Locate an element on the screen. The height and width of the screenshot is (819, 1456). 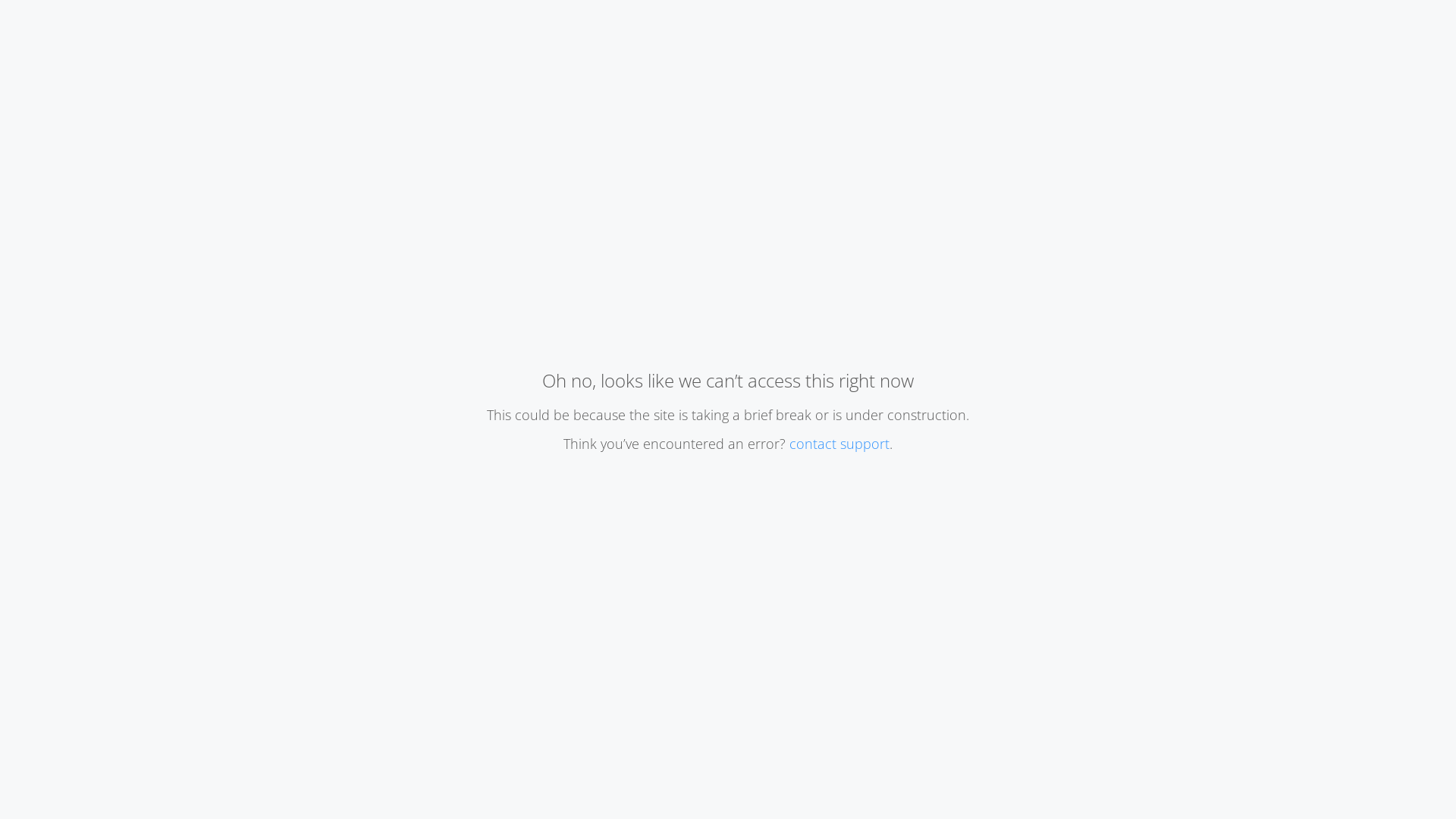
'contact support' is located at coordinates (839, 444).